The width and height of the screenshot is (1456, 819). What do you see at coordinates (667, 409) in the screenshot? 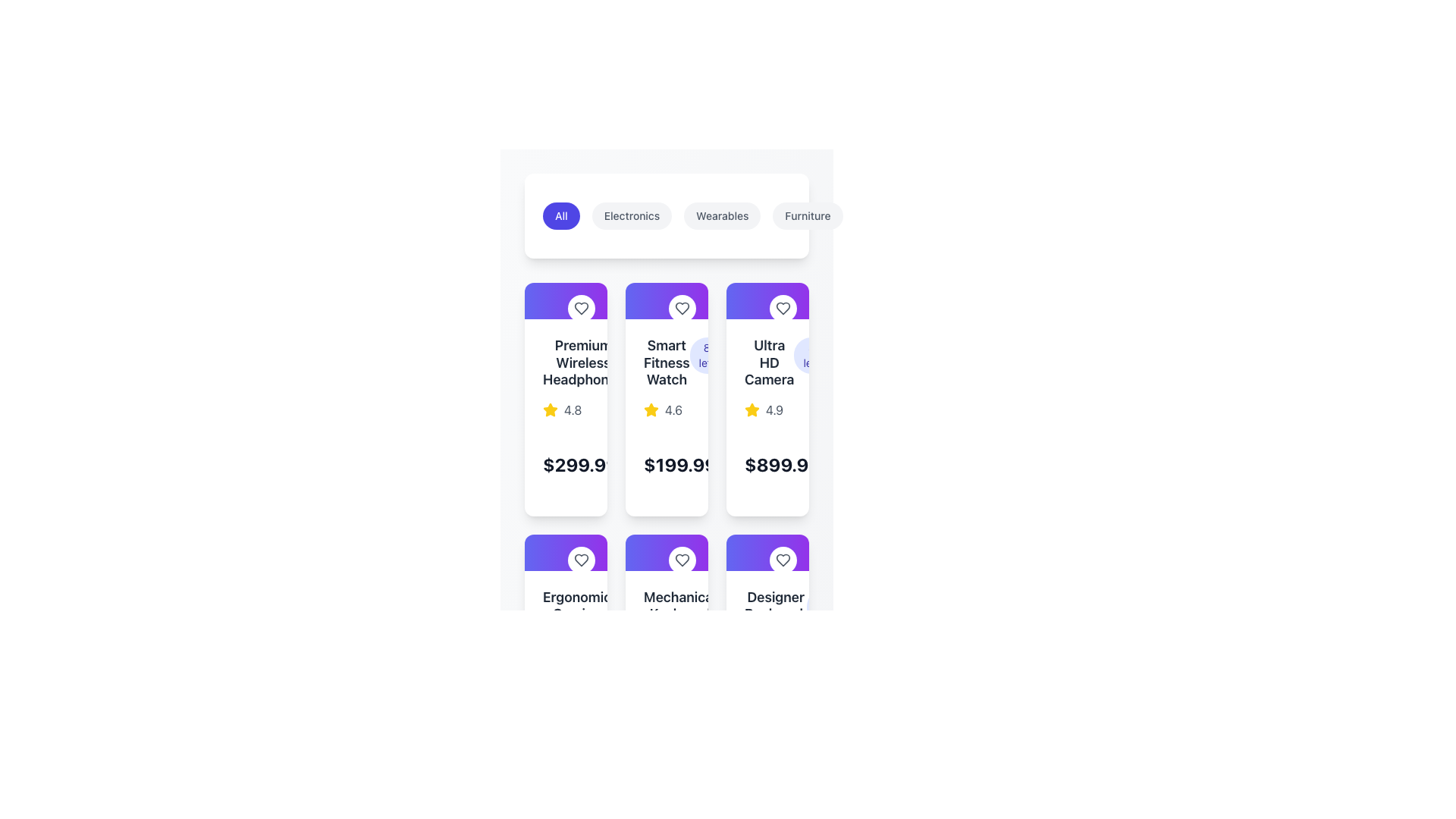
I see `average rating displayed for the 'Smart Fitness Watch' item, which is located in the middle of the card beneath the item's name and above its price` at bounding box center [667, 409].